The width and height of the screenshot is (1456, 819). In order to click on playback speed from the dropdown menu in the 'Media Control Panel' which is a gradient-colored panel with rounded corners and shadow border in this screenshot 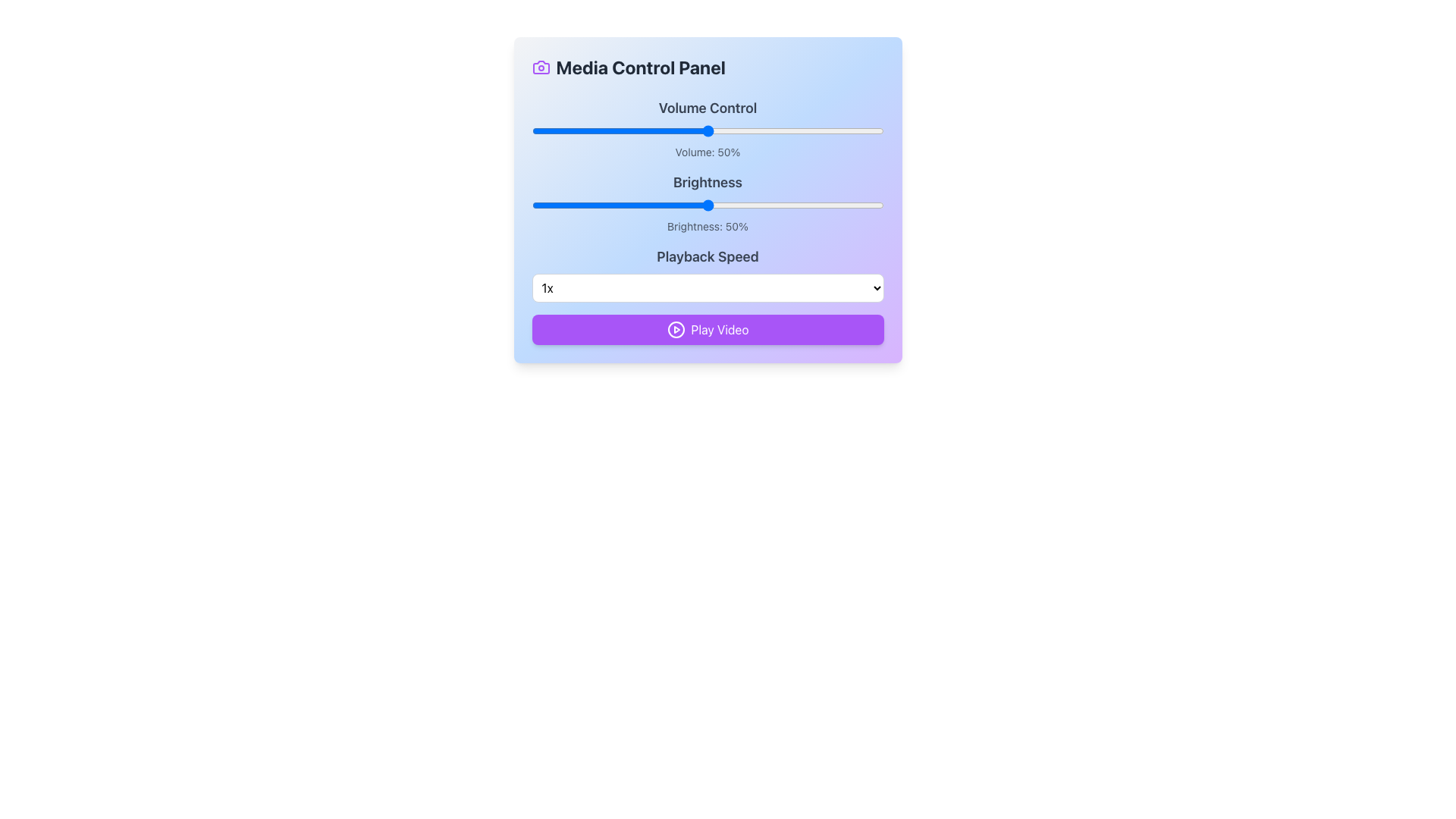, I will do `click(707, 199)`.